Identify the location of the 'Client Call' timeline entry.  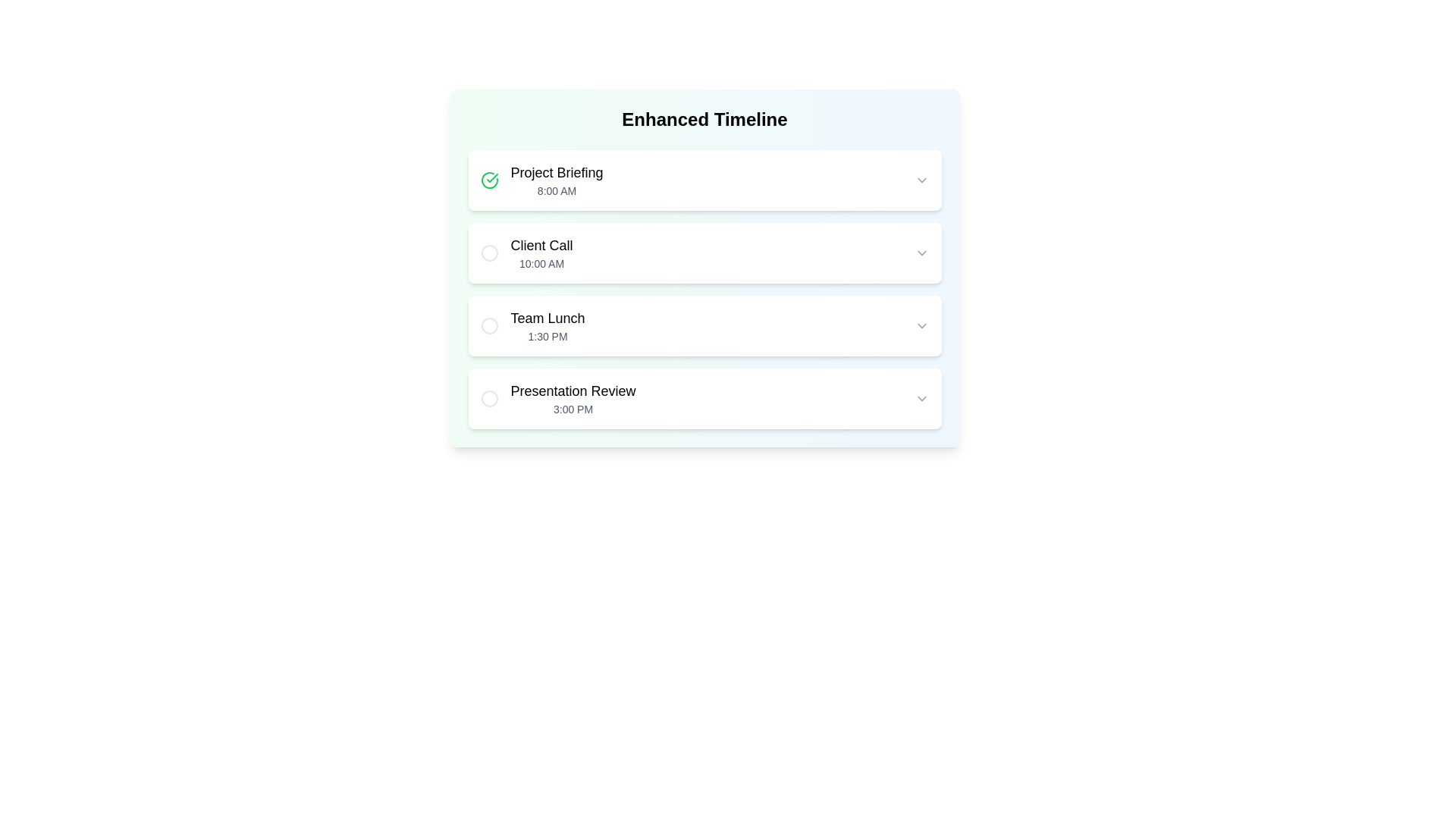
(526, 253).